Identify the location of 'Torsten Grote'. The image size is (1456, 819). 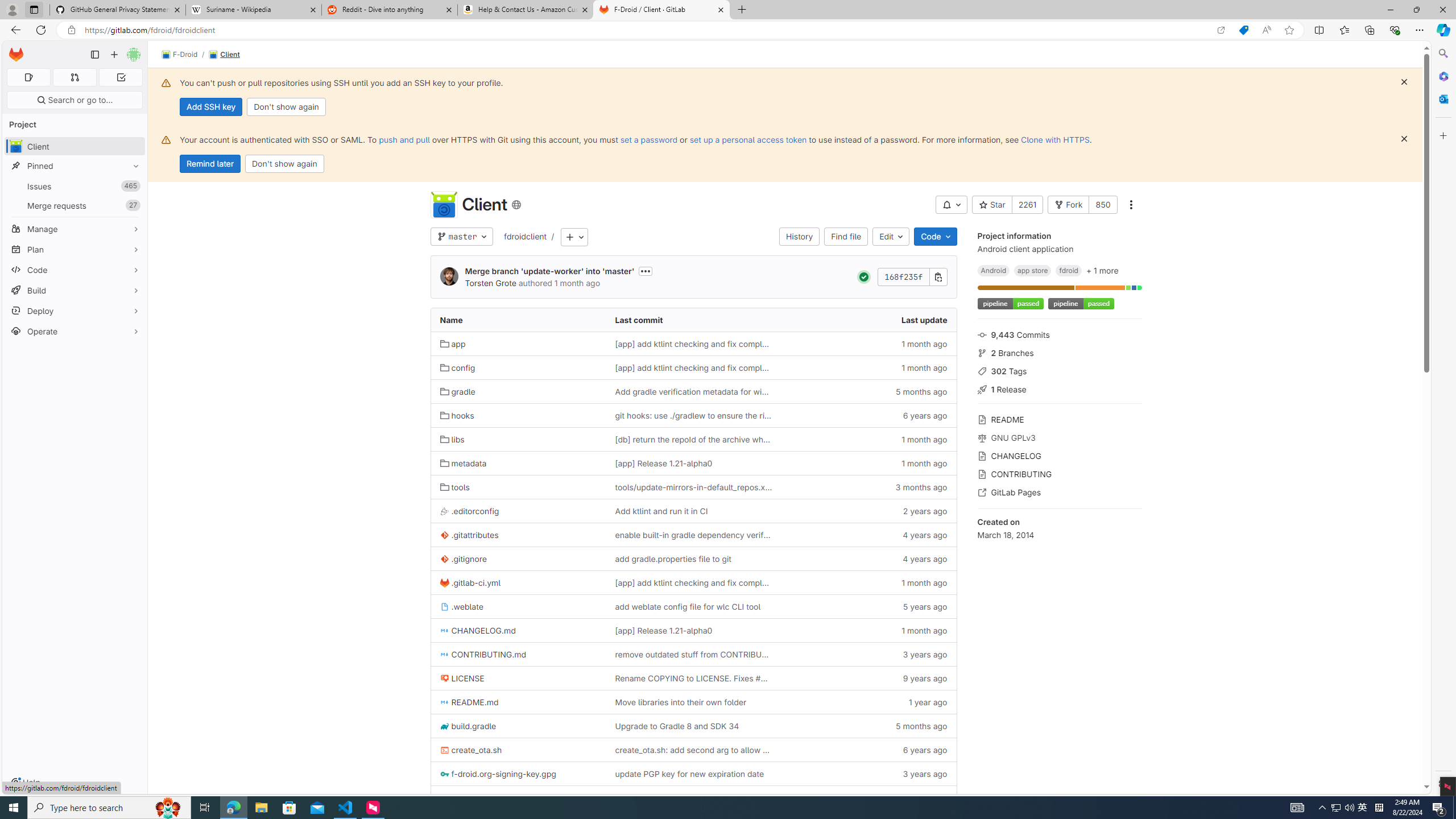
(448, 276).